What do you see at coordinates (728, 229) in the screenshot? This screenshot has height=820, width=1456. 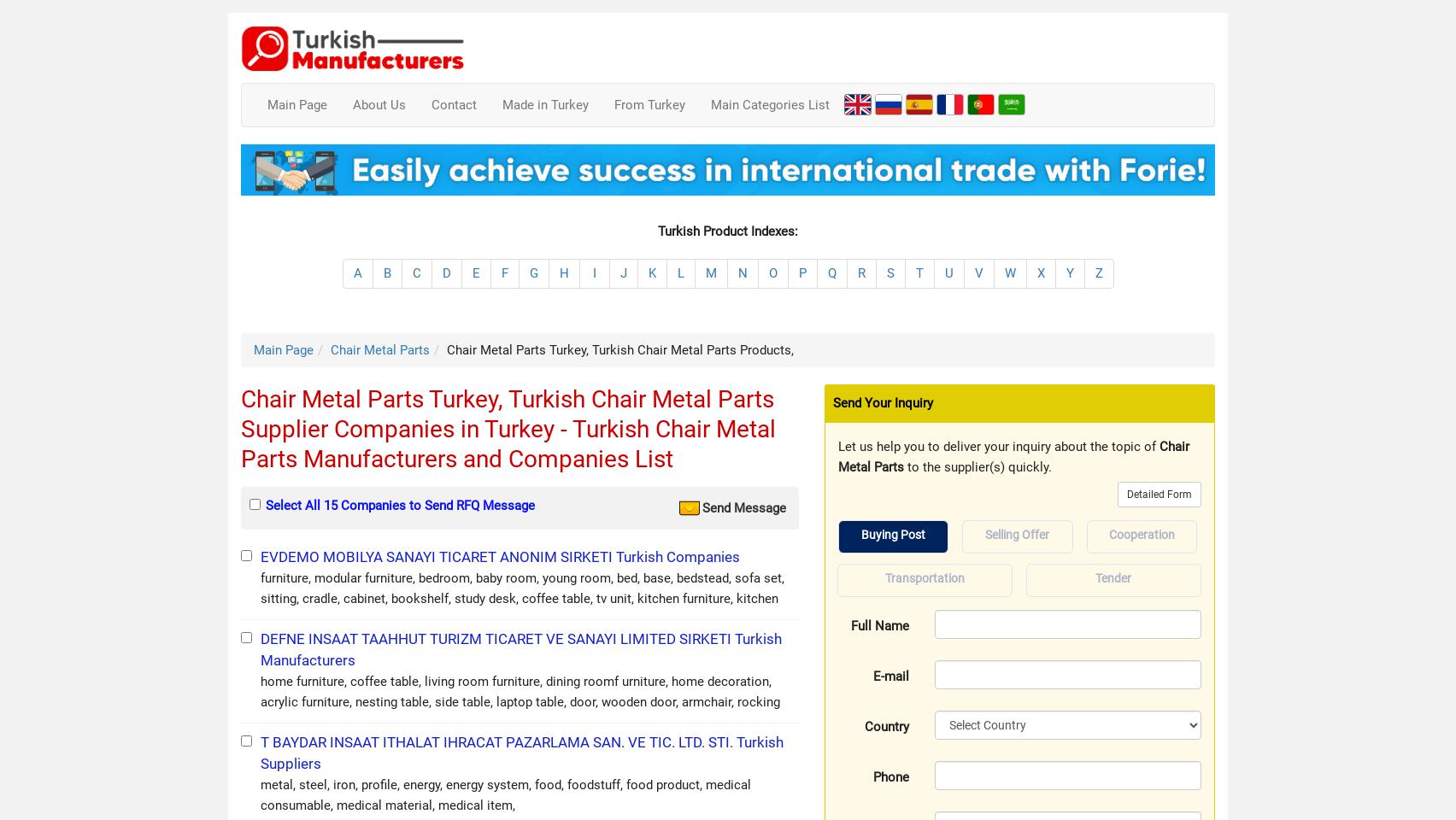 I see `'Turkish Product Indexes:'` at bounding box center [728, 229].